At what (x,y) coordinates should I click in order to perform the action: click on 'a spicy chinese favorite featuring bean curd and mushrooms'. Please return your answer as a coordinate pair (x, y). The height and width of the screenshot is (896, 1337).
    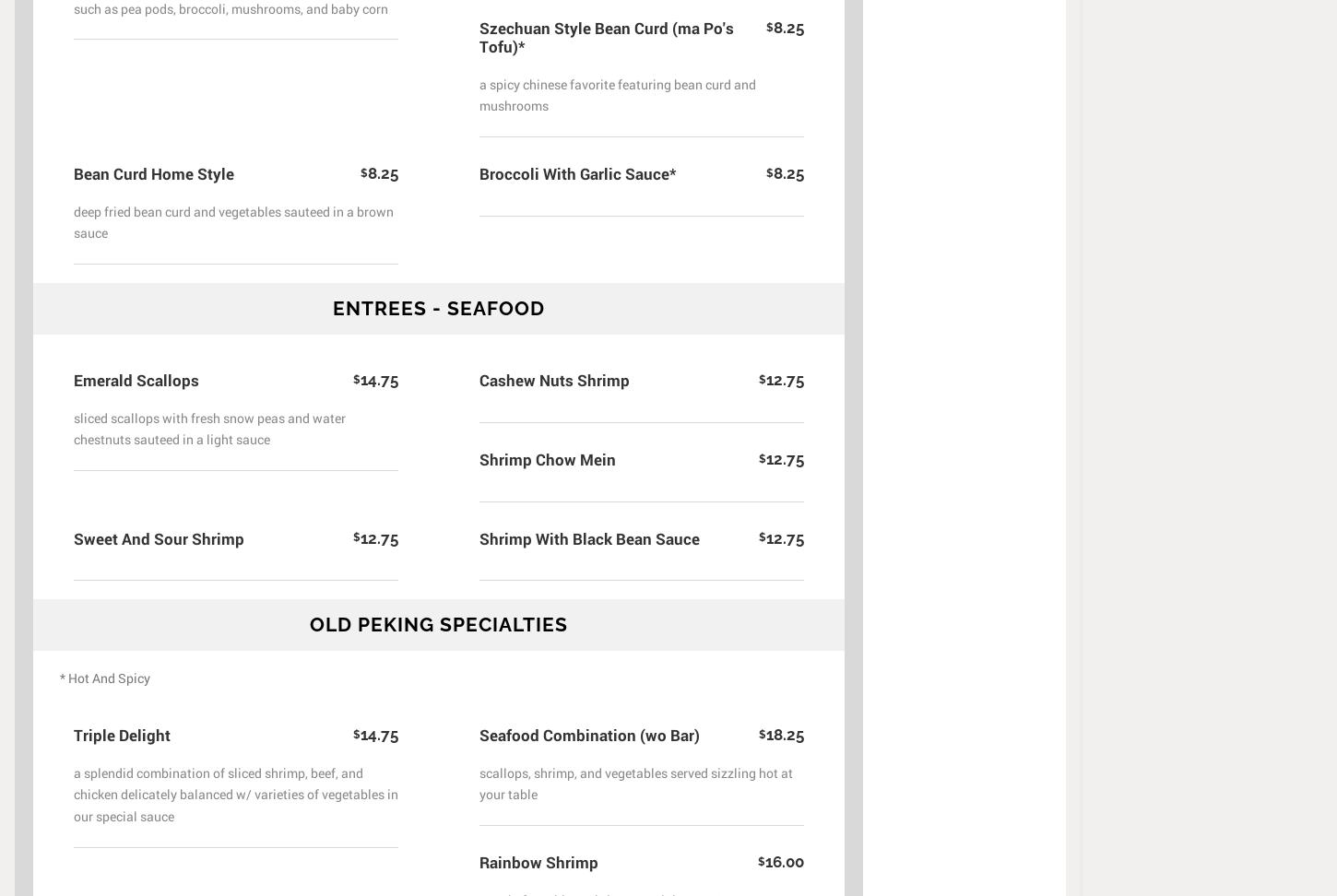
    Looking at the image, I should click on (617, 94).